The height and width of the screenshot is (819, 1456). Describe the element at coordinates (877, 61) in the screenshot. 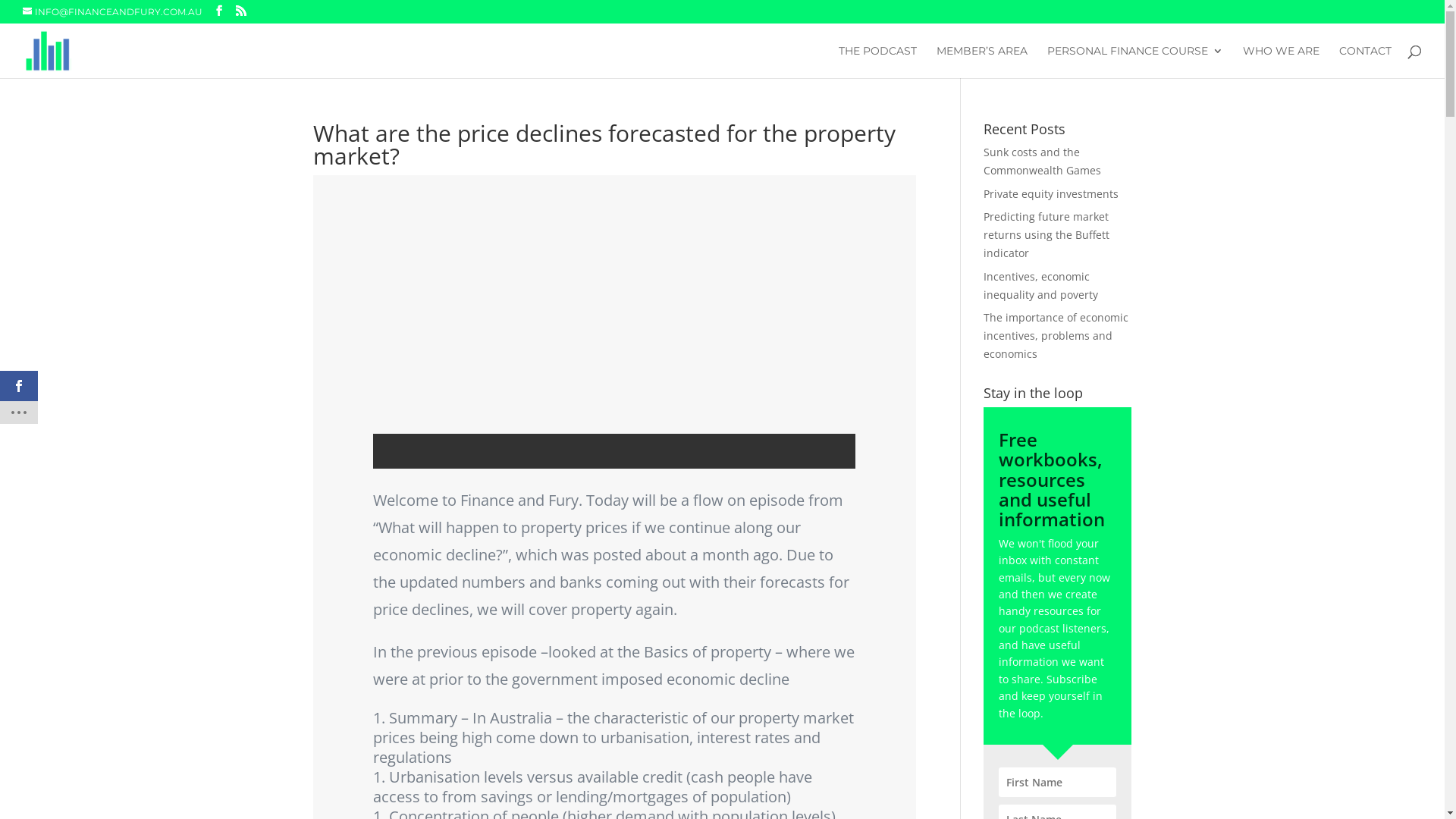

I see `'THE PODCAST'` at that location.